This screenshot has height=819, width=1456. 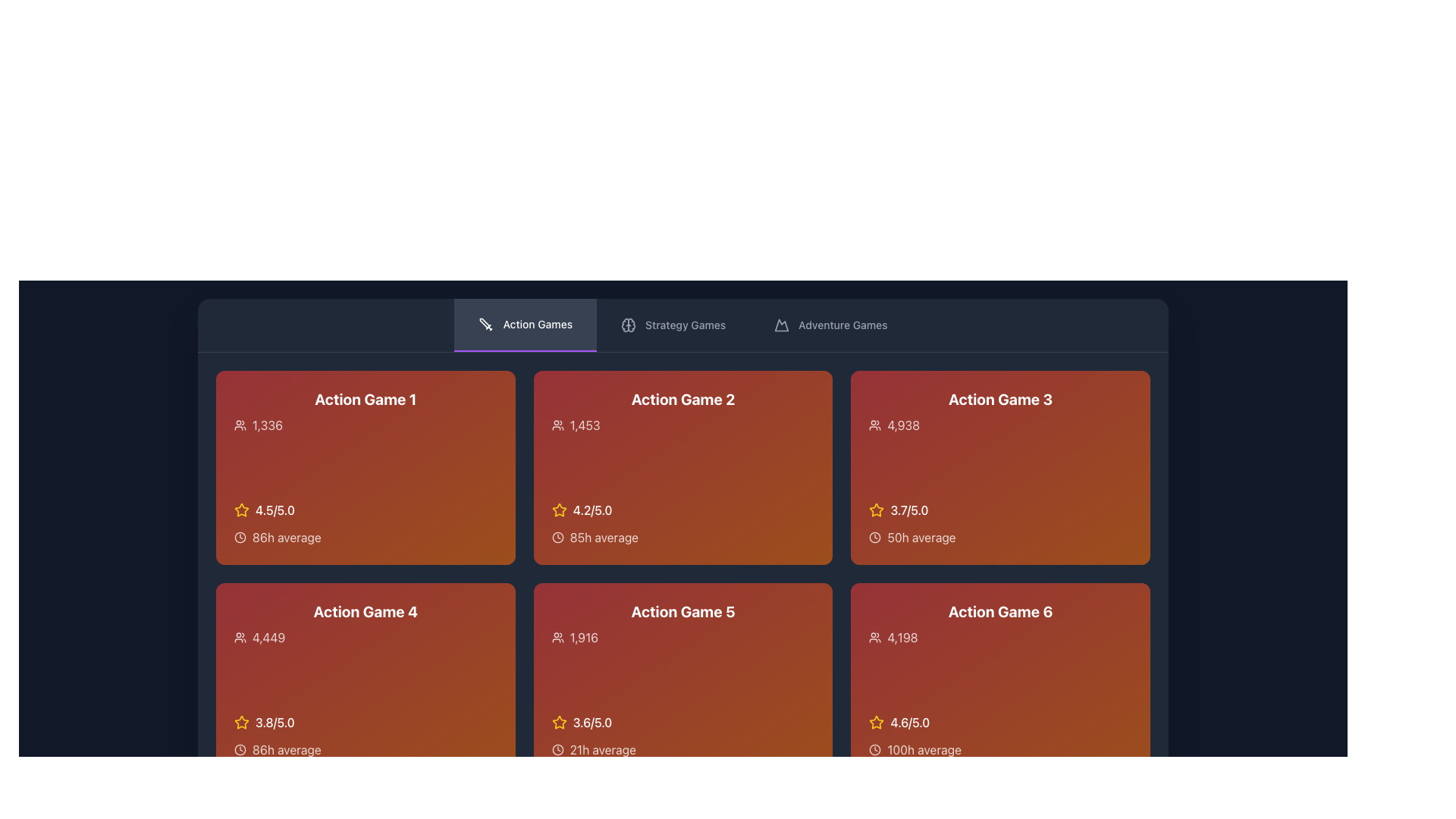 I want to click on average playtime displayed in the information block for 'Action Game 1' which shows '86h average' below the star rating '4.5/5.0', so click(x=366, y=522).